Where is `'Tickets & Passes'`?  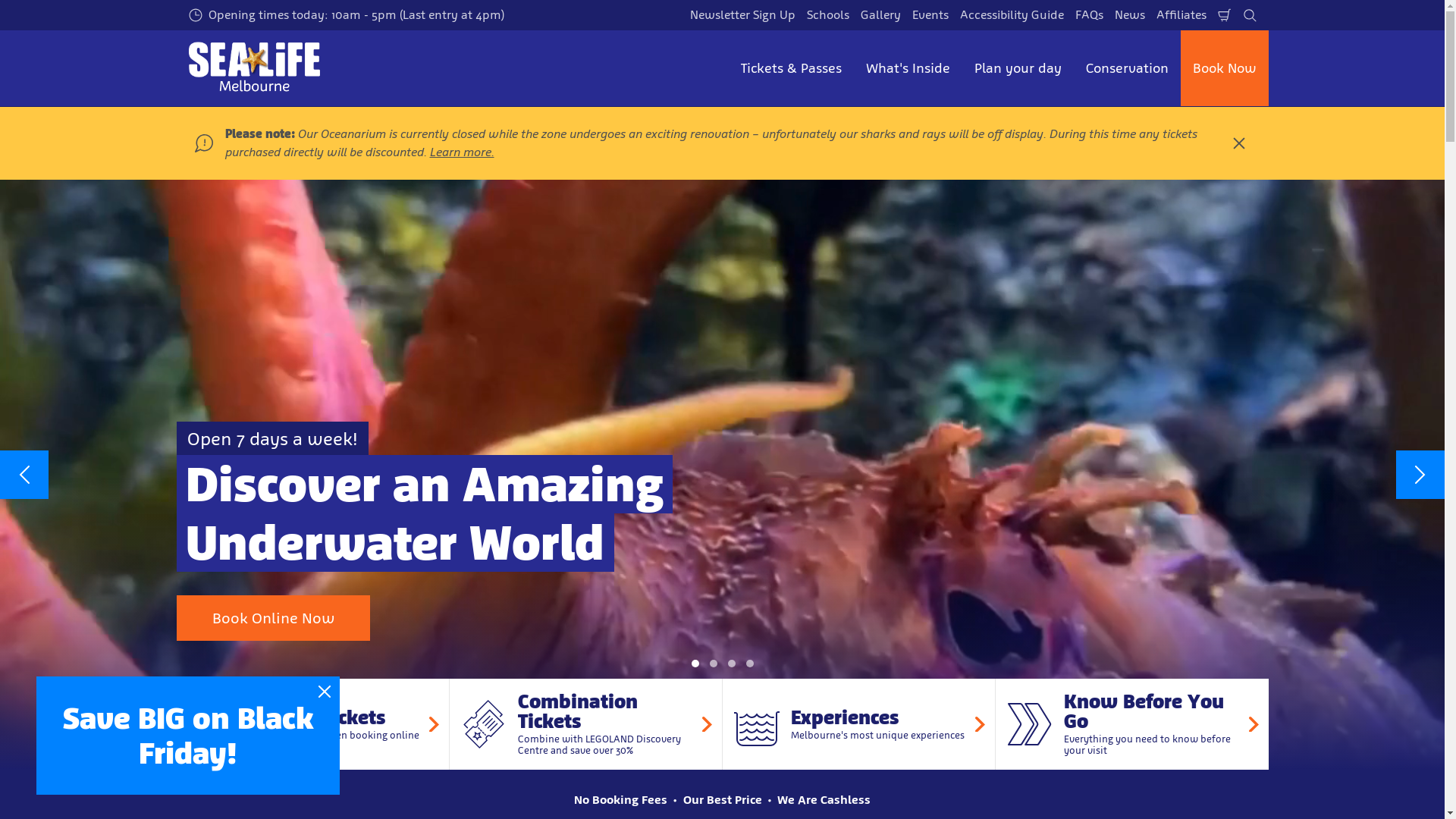
'Tickets & Passes' is located at coordinates (789, 67).